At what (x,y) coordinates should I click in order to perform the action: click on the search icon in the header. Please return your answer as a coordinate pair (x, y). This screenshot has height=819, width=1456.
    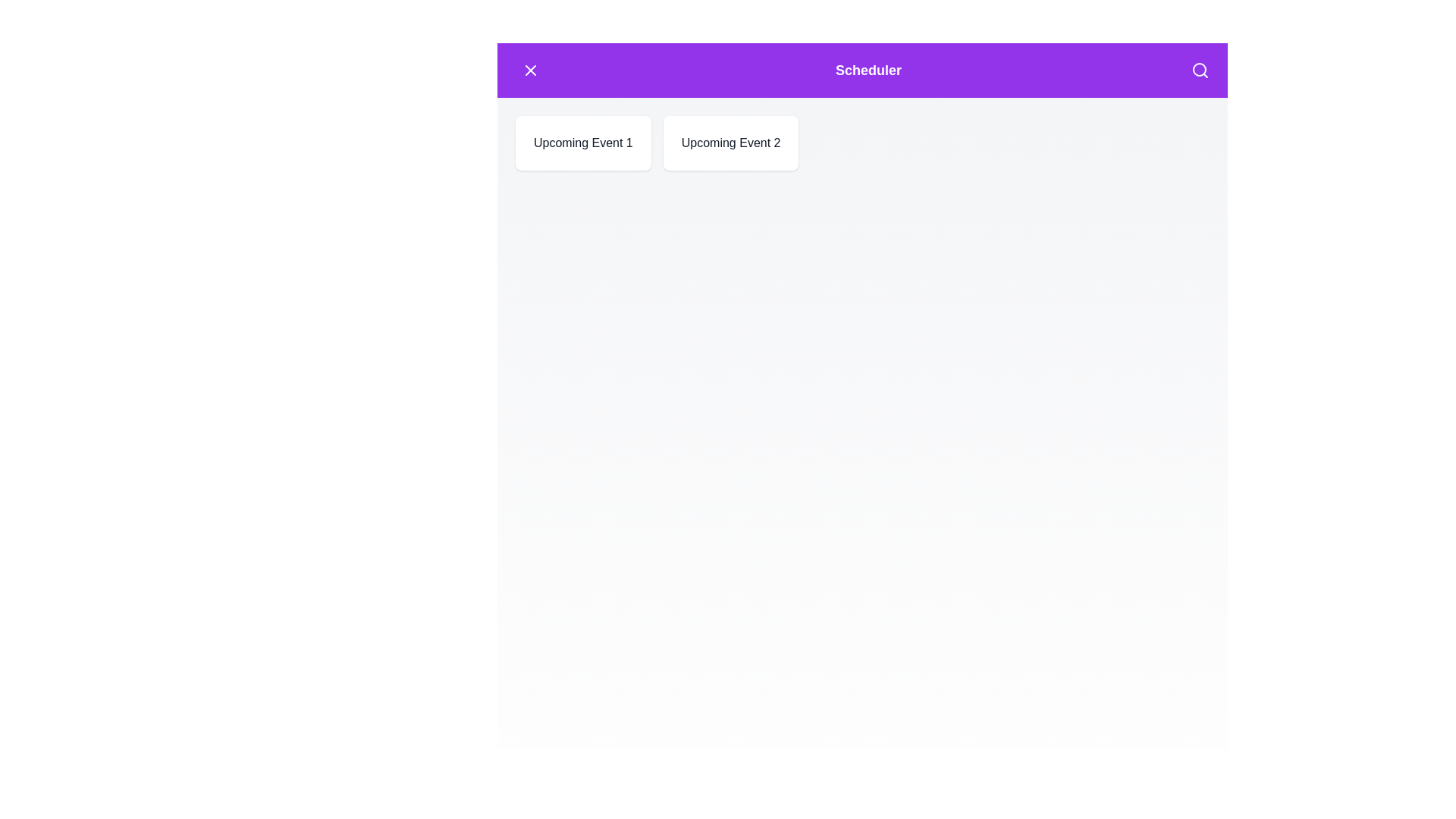
    Looking at the image, I should click on (1200, 70).